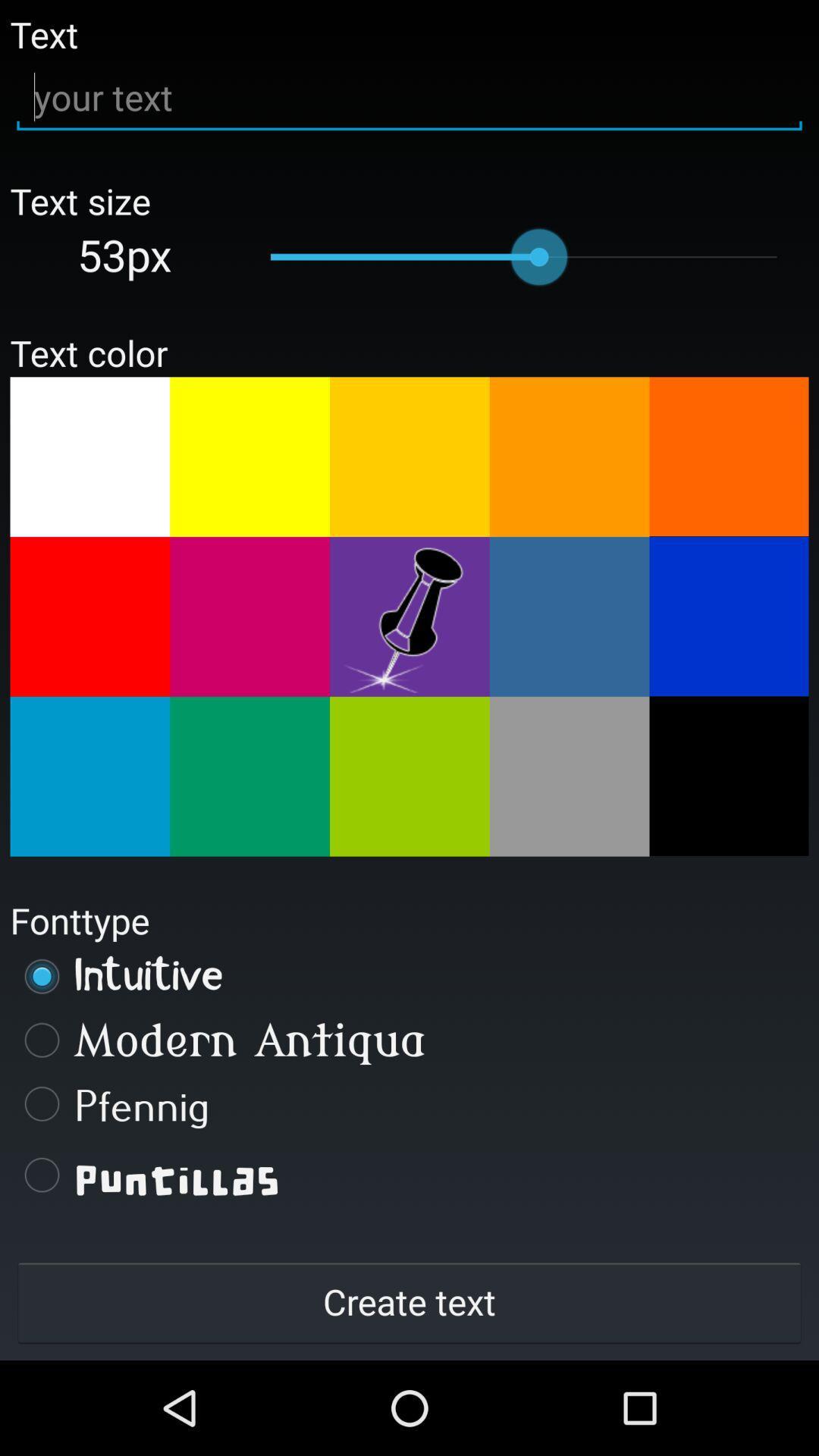  I want to click on change colour, so click(89, 777).